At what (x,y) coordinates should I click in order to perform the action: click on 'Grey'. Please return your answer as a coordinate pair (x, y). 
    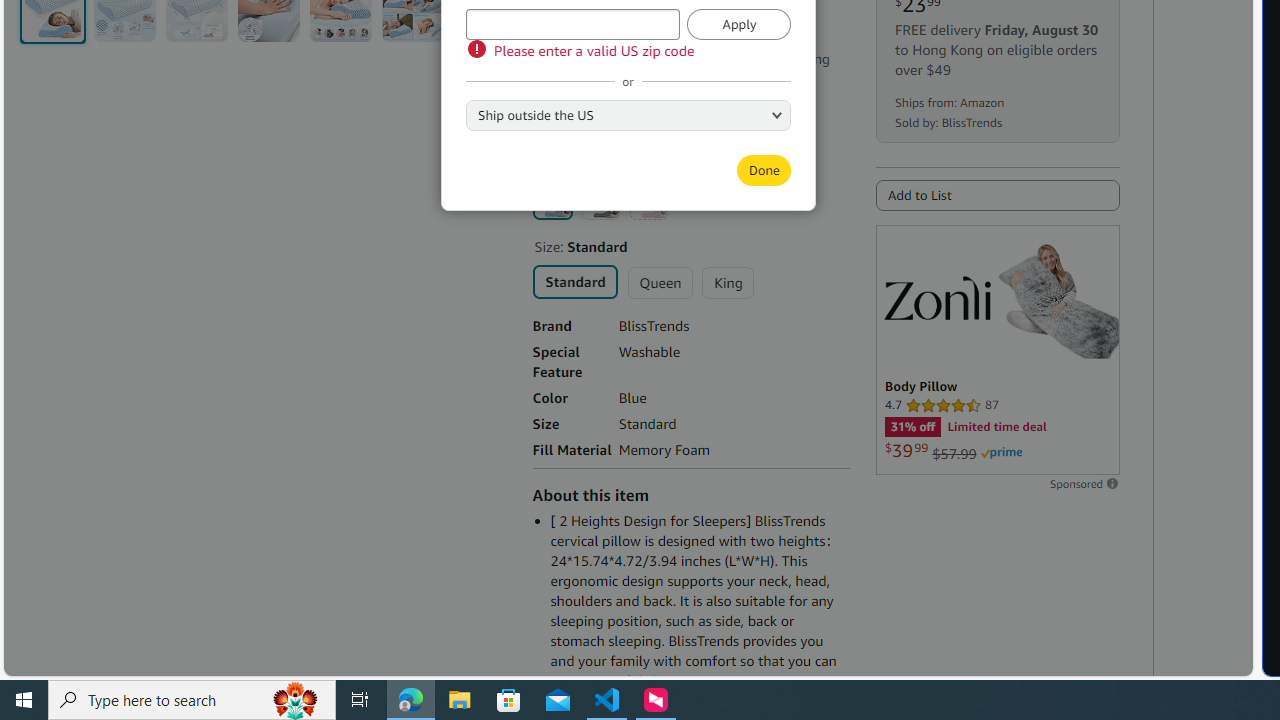
    Looking at the image, I should click on (599, 200).